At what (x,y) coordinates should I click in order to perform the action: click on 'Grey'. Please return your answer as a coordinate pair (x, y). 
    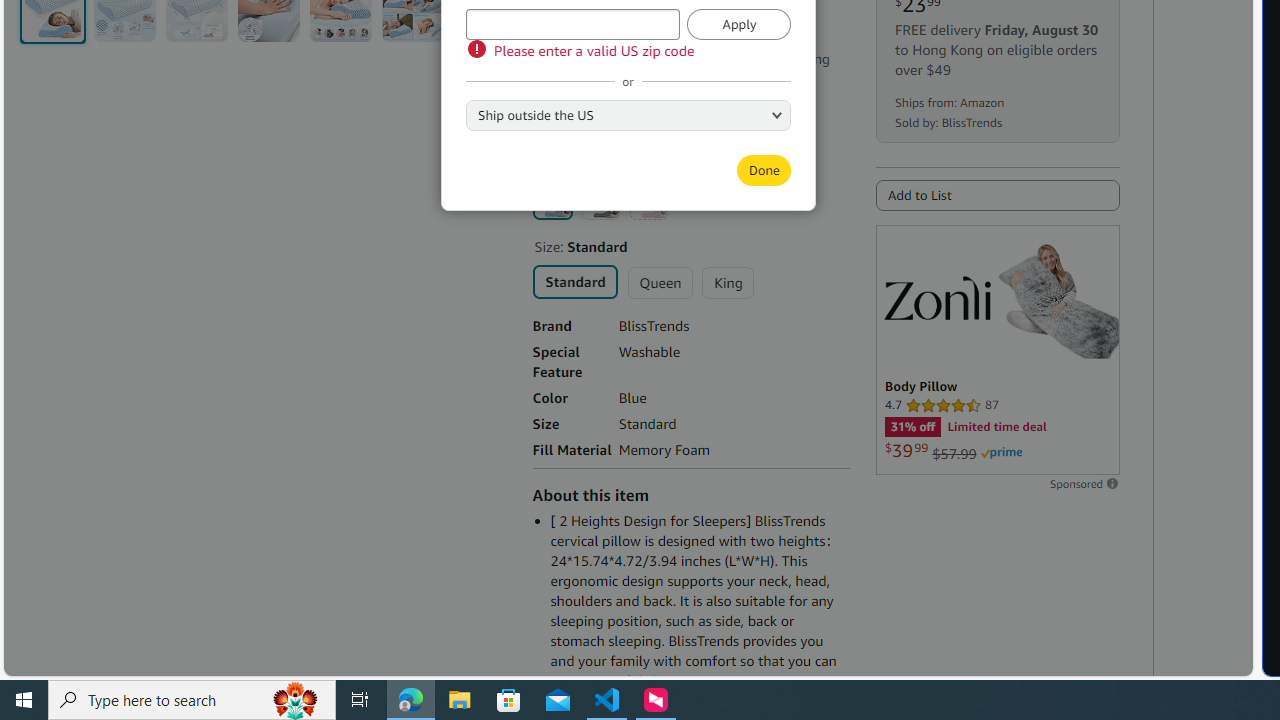
    Looking at the image, I should click on (599, 200).